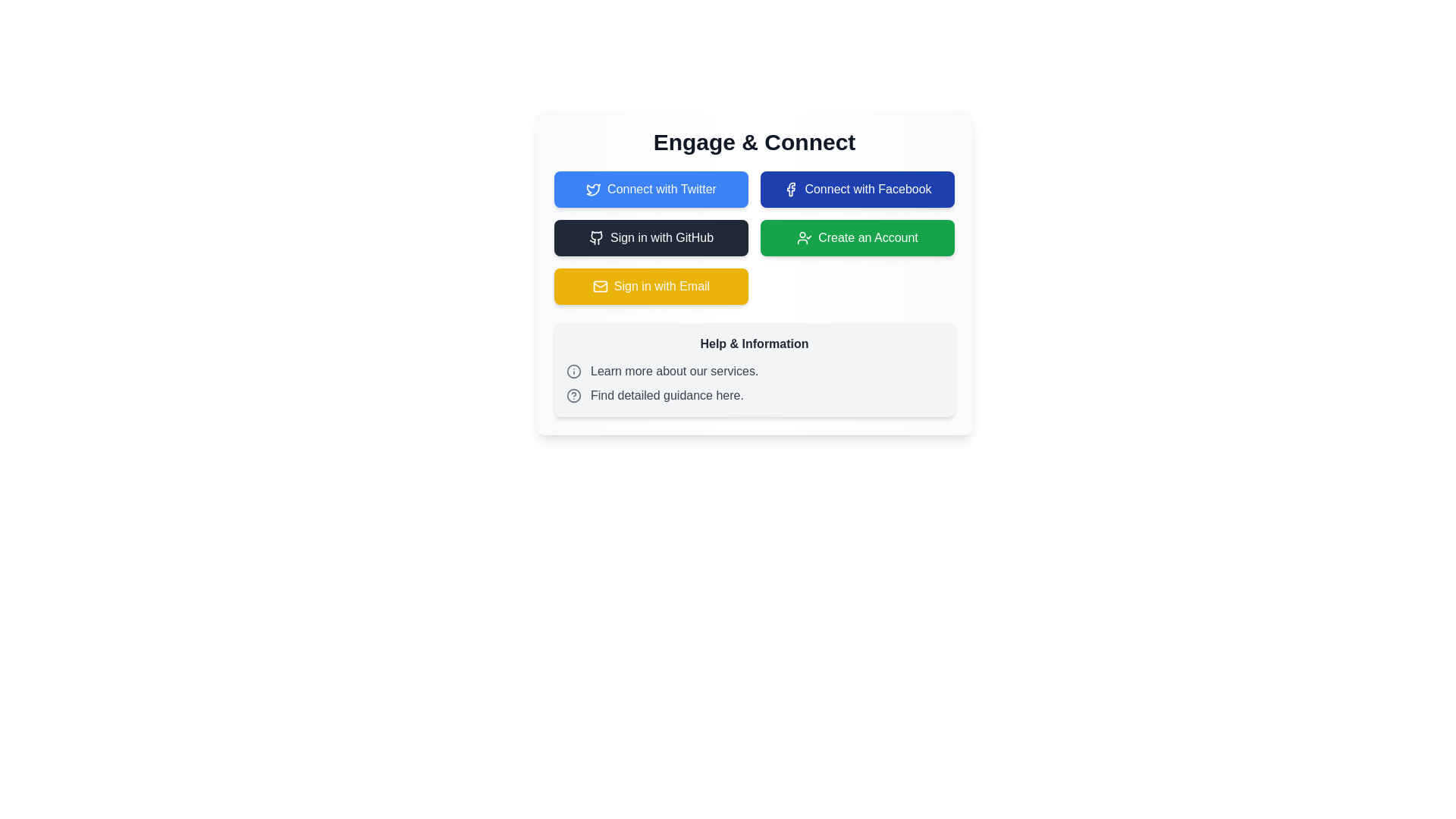 This screenshot has height=819, width=1456. What do you see at coordinates (858, 189) in the screenshot?
I see `the rectangular button with a deep blue background and white text saying 'Connect with Facebook' to connect with Facebook` at bounding box center [858, 189].